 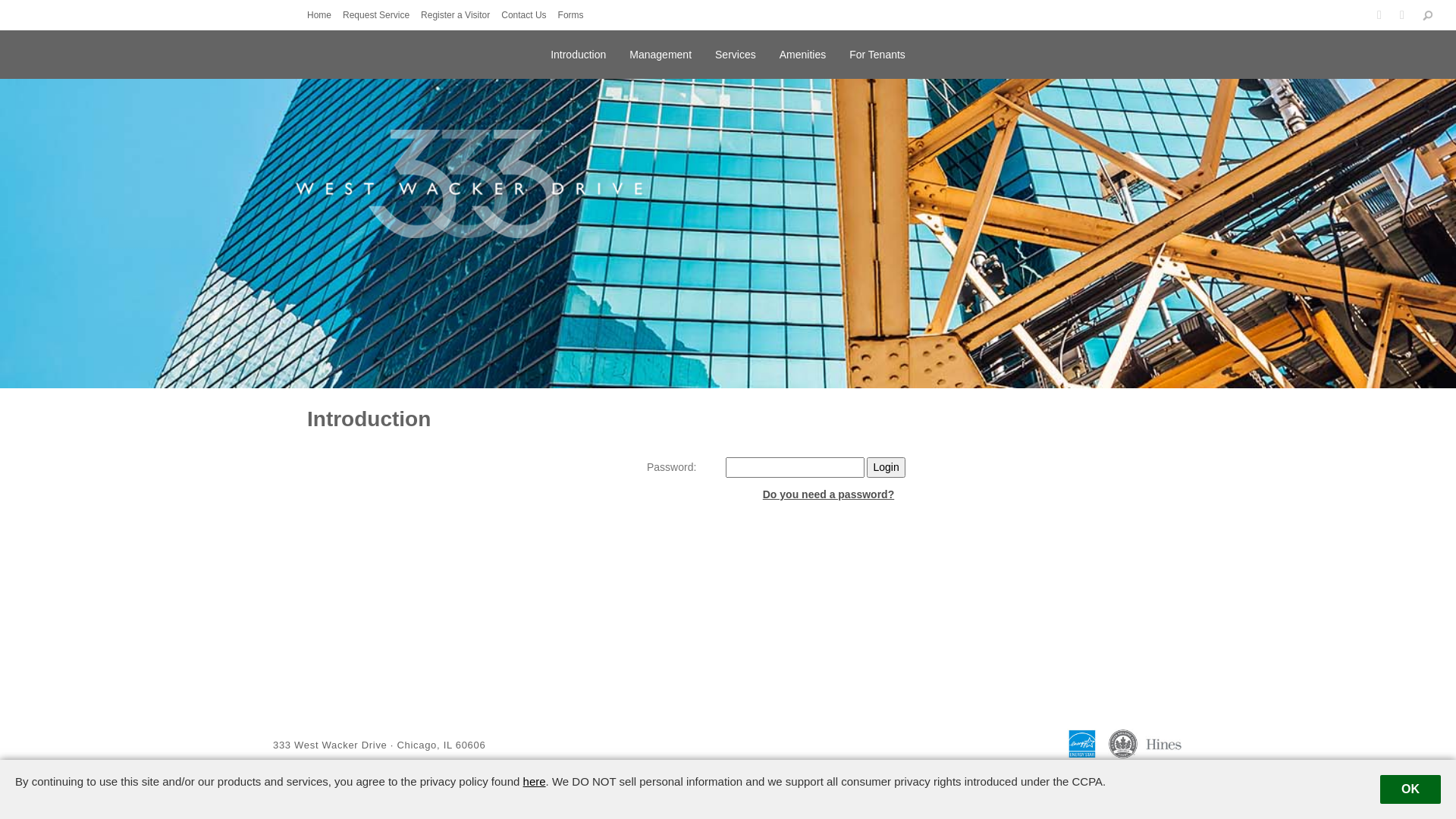 I want to click on 'Forms', so click(x=574, y=14).